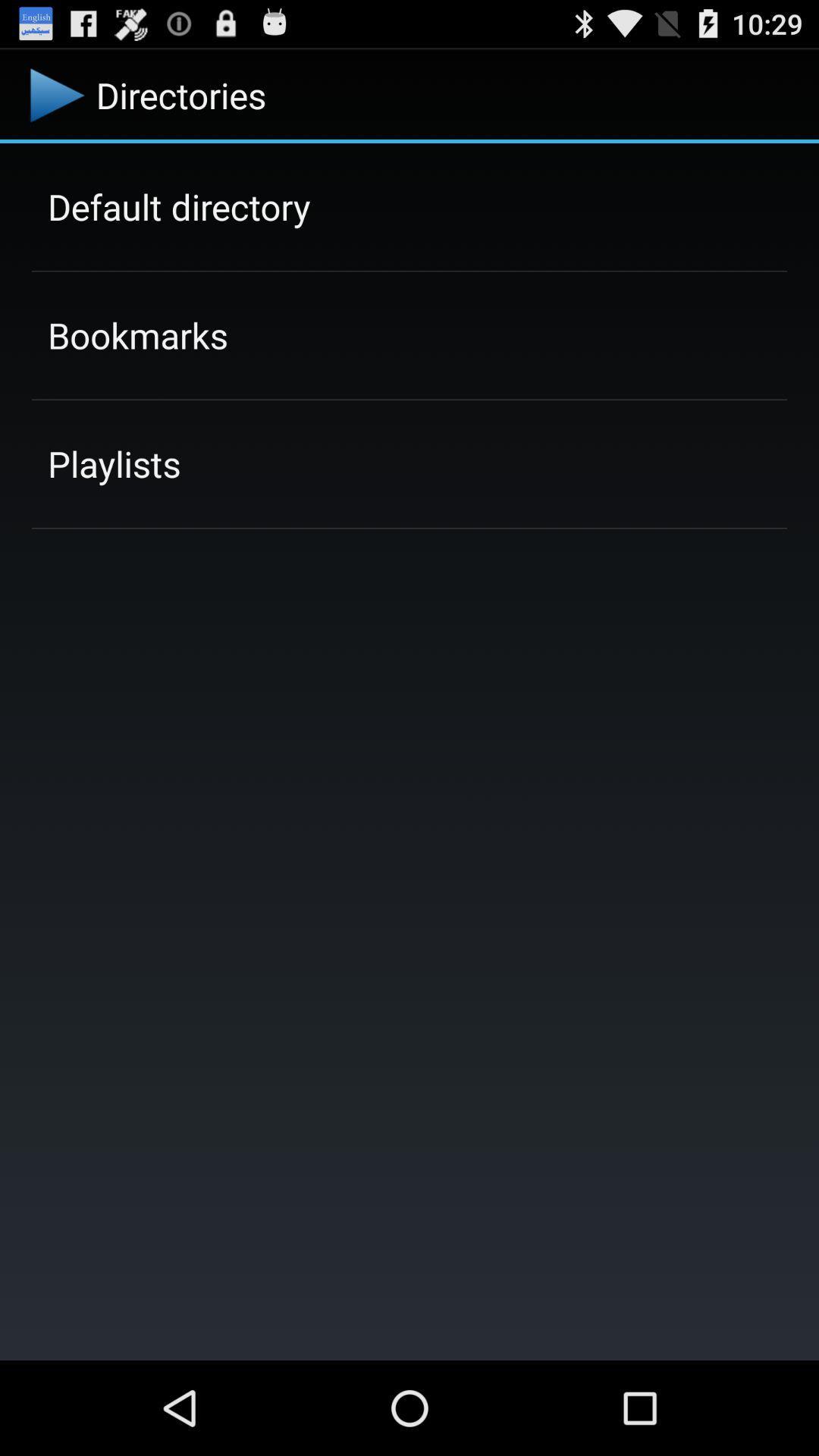 The width and height of the screenshot is (819, 1456). I want to click on bookmarks app, so click(137, 334).